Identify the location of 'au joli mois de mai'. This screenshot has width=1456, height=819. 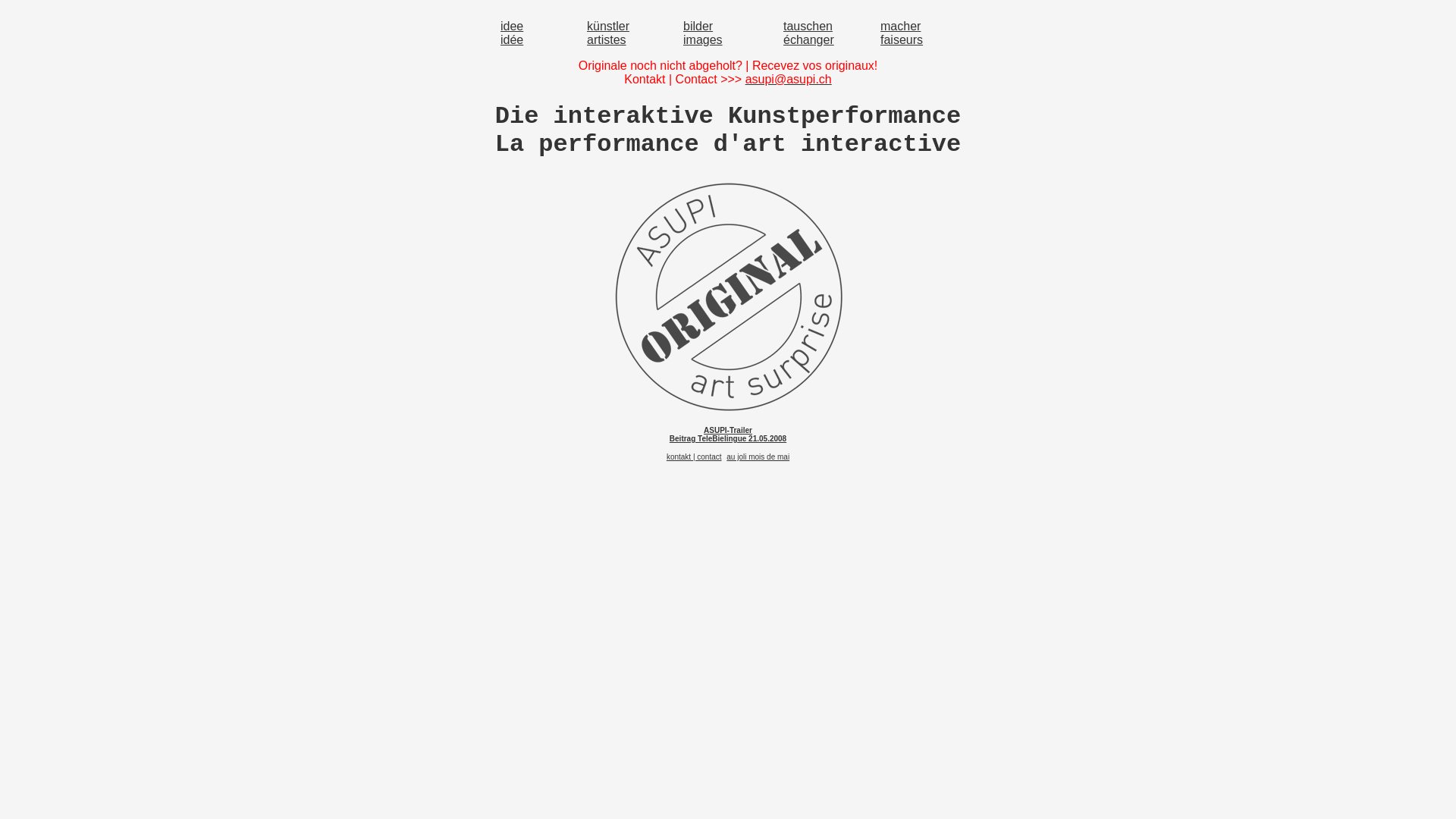
(758, 456).